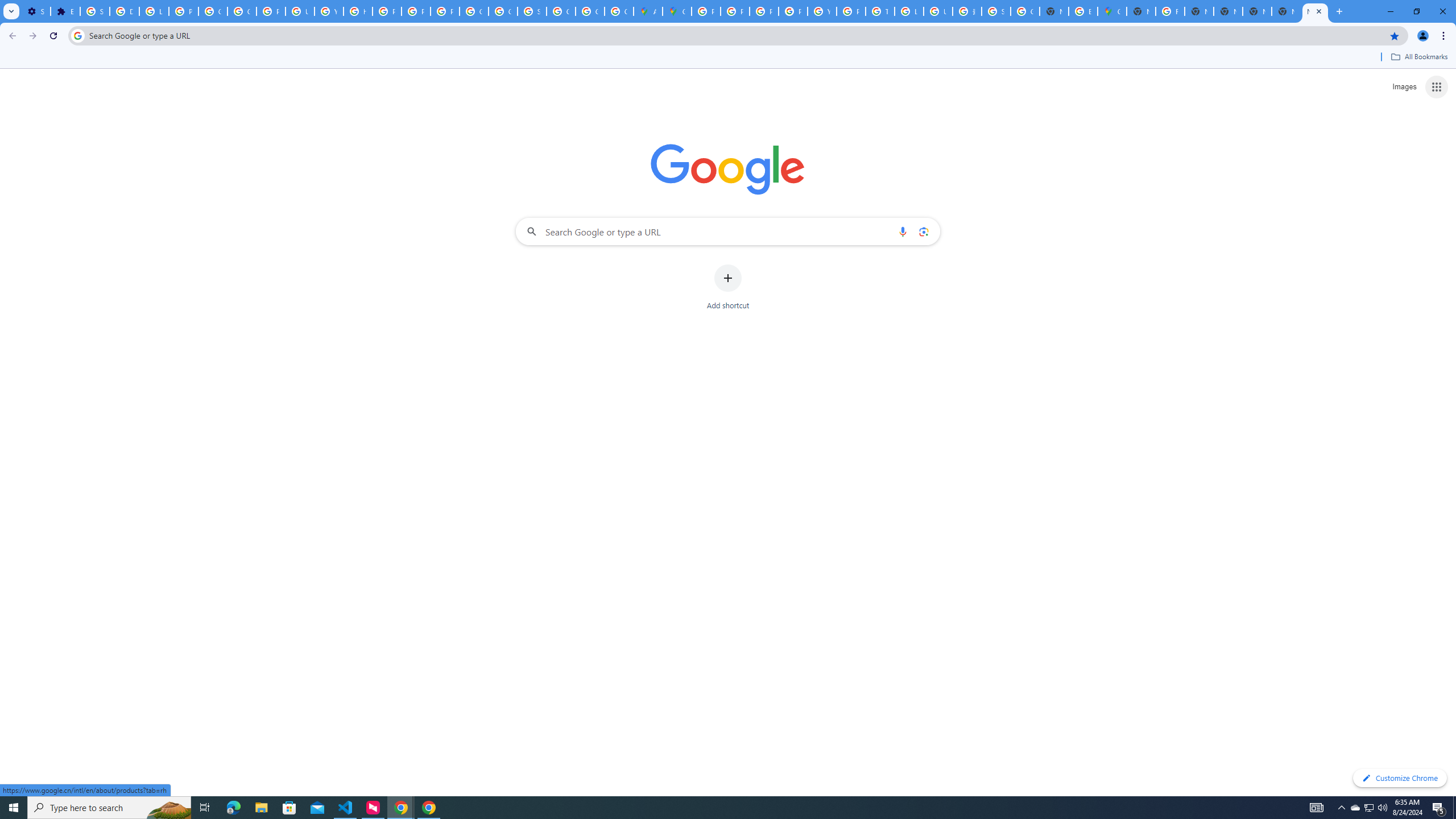 The width and height of the screenshot is (1456, 819). I want to click on 'Delete photos & videos - Computer - Google Photos Help', so click(123, 11).